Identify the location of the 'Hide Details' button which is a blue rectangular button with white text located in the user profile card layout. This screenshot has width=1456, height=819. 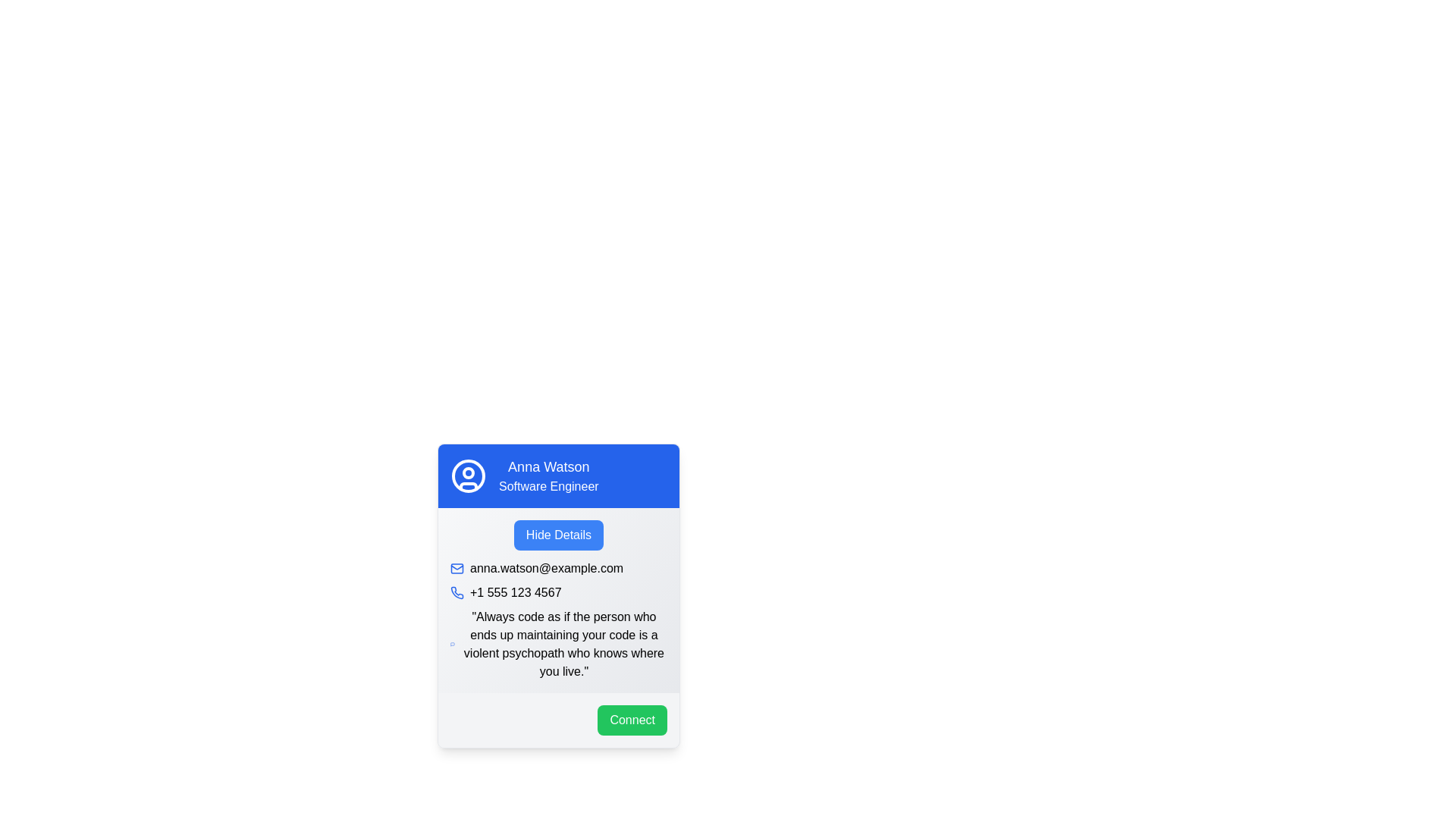
(557, 534).